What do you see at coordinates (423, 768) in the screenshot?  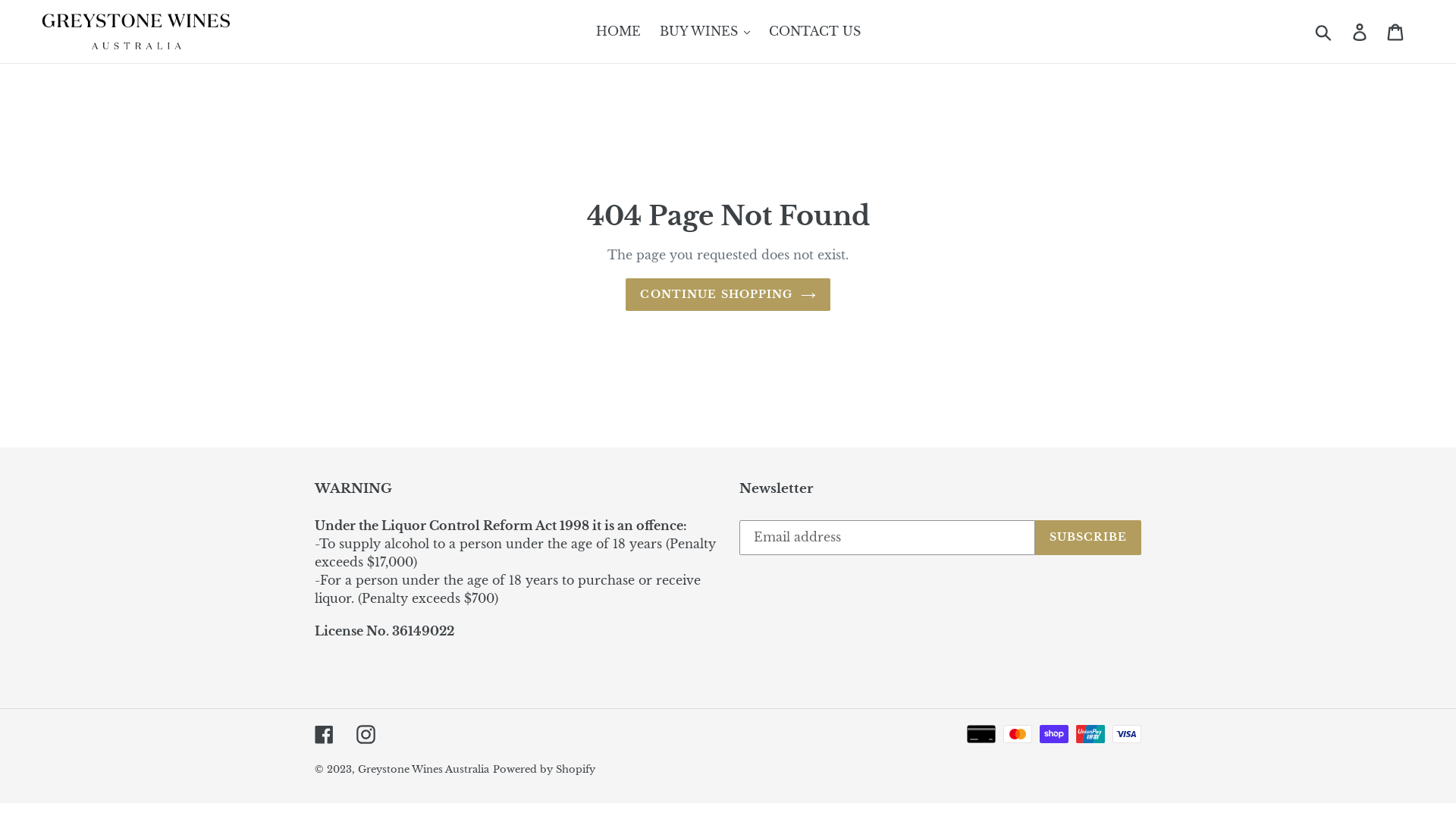 I see `'Greystone Wines Australia'` at bounding box center [423, 768].